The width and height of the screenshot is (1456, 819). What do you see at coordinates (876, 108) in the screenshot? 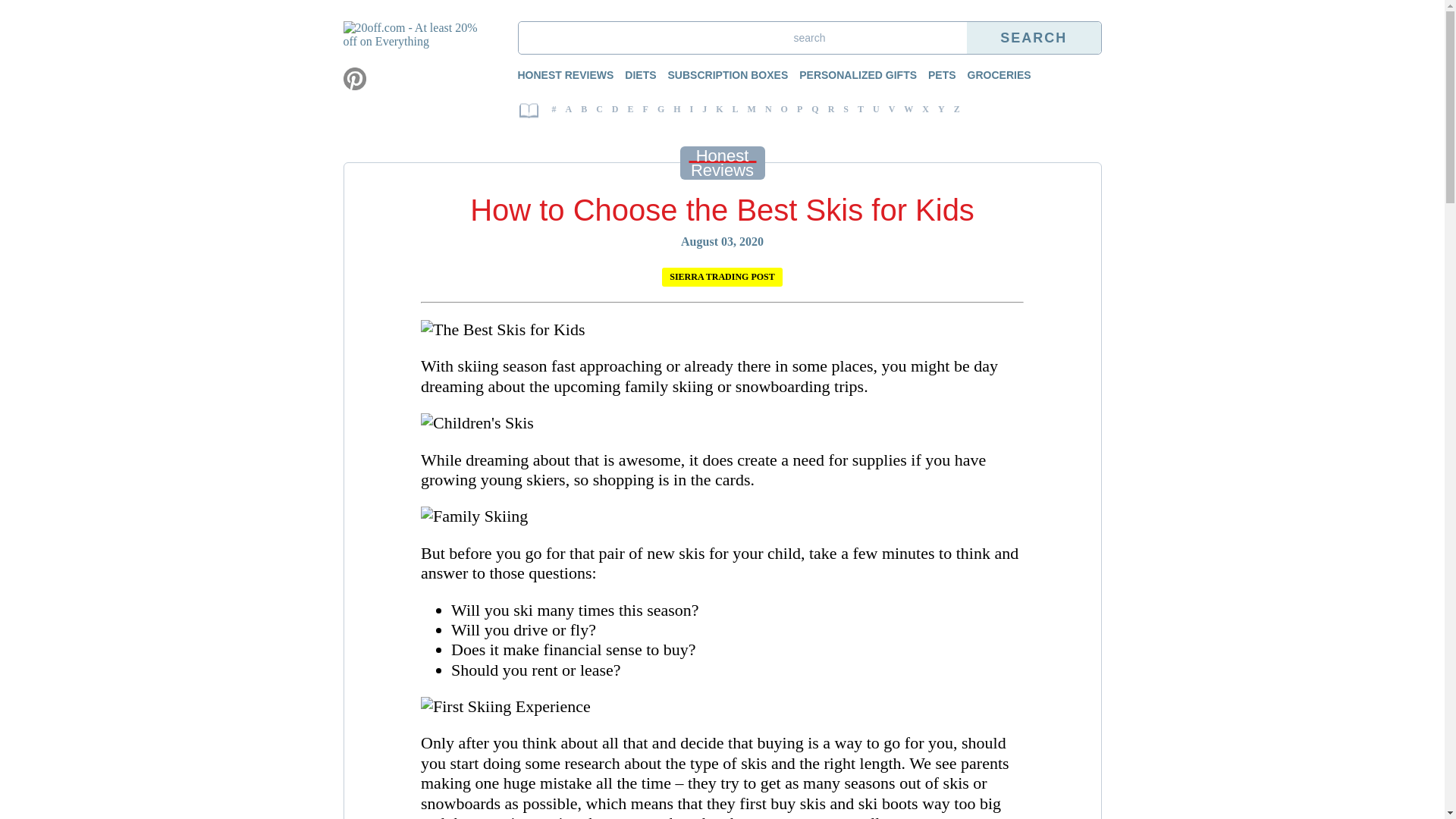
I see `'U'` at bounding box center [876, 108].